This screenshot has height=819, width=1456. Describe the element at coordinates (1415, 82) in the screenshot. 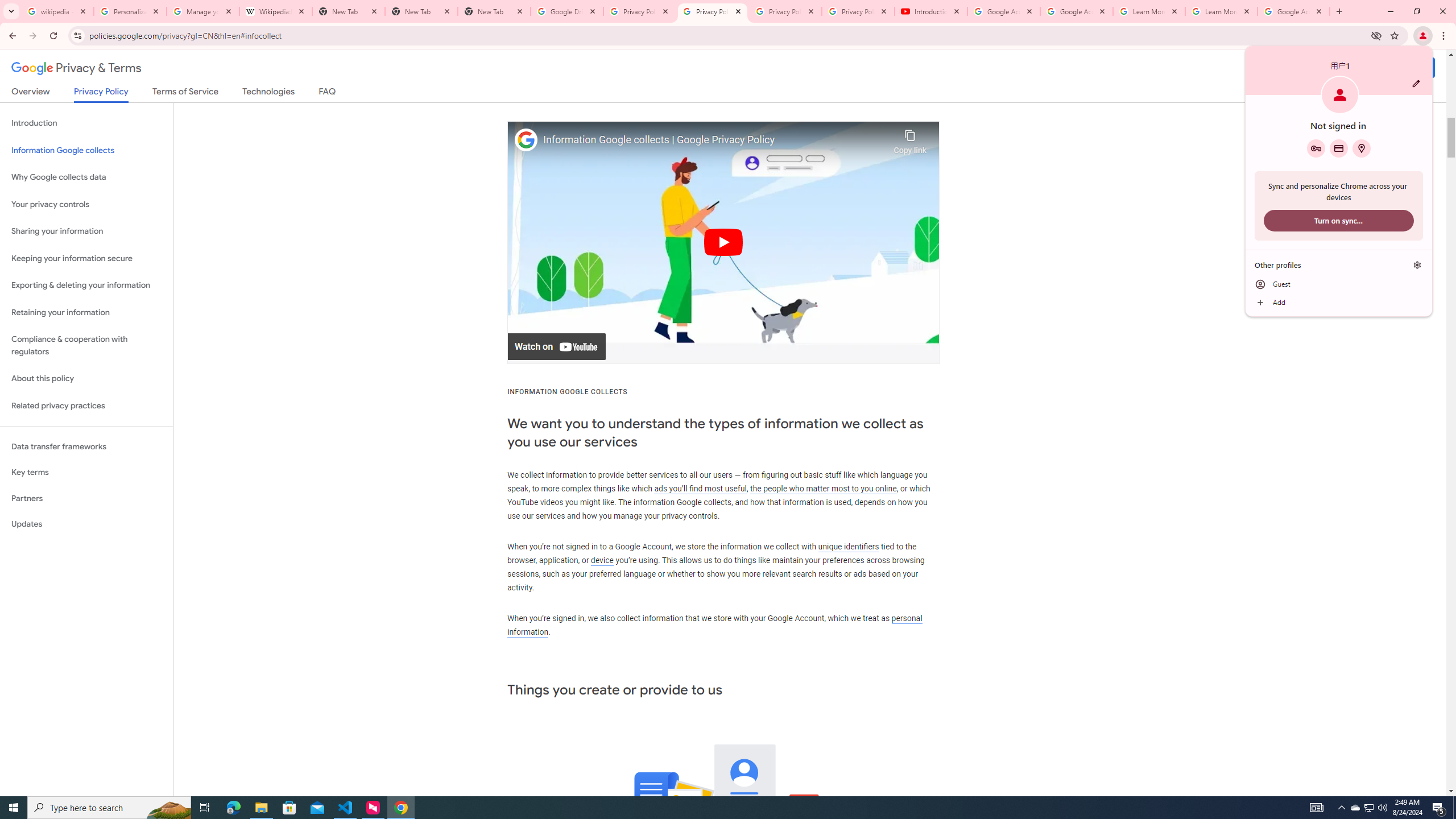

I see `'Customize profile'` at that location.